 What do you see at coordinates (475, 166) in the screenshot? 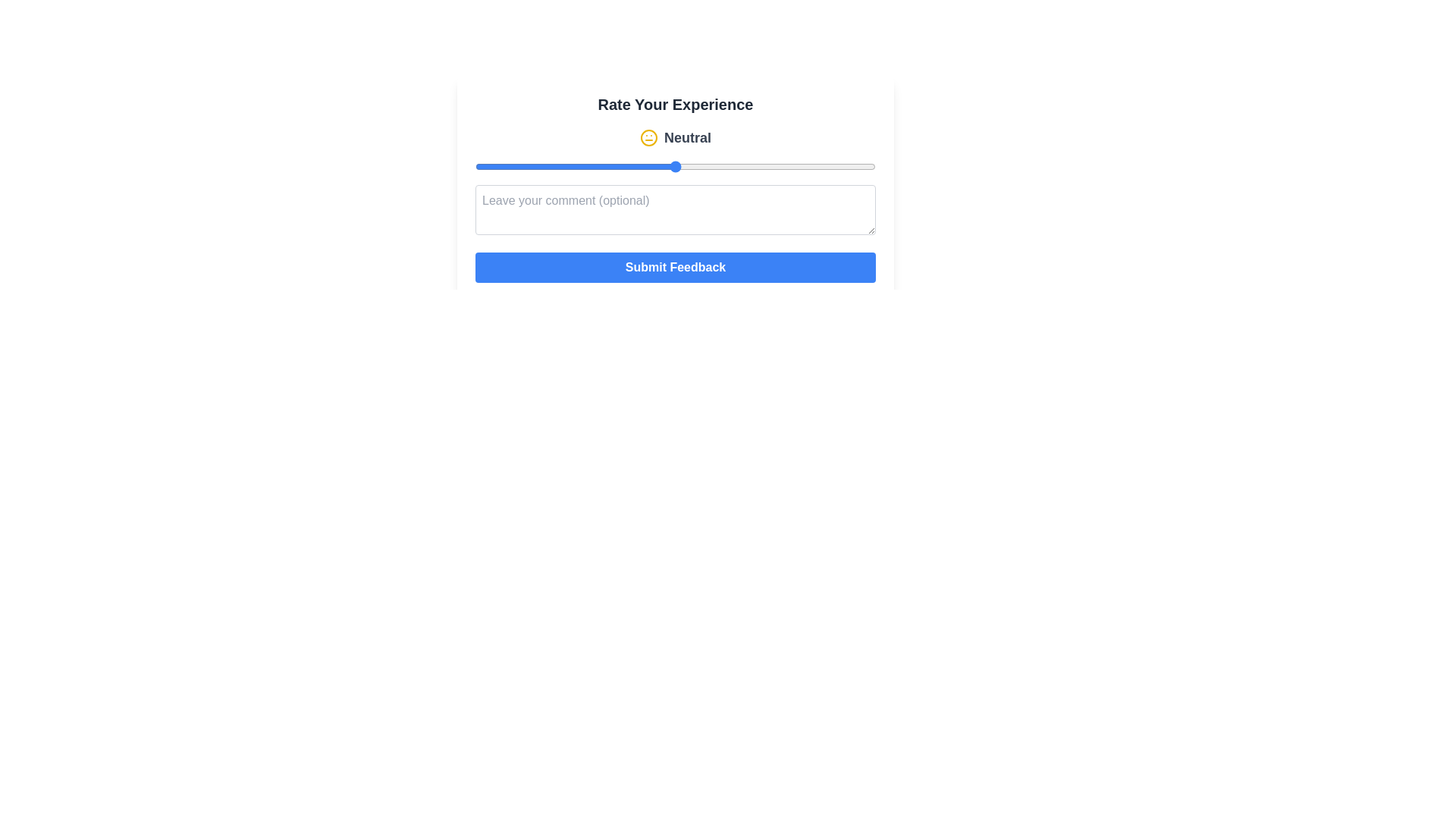
I see `the rating slider to set the rating to 1 (1 to 5)` at bounding box center [475, 166].